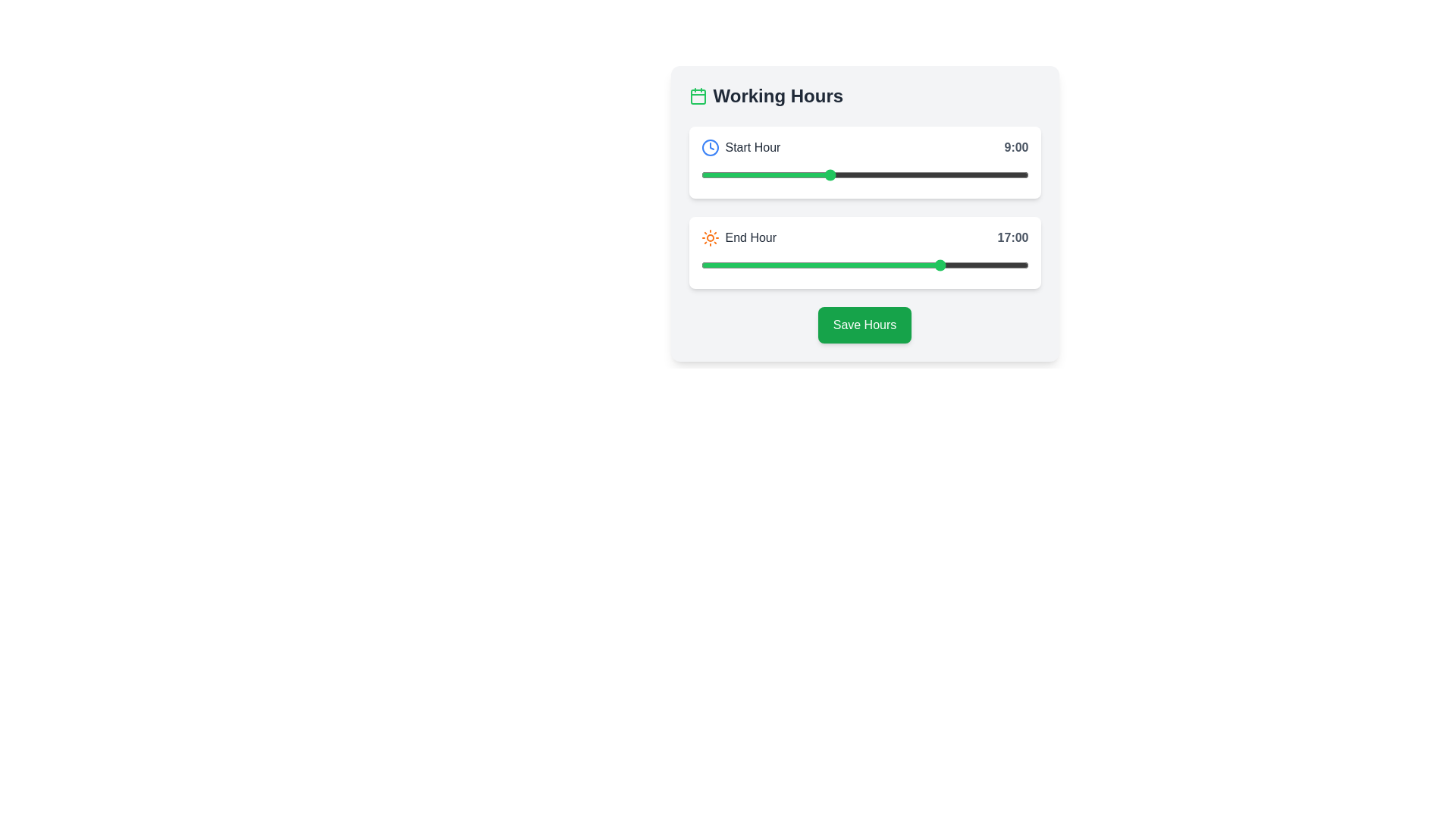 The width and height of the screenshot is (1456, 819). Describe the element at coordinates (730, 174) in the screenshot. I see `the start hour` at that location.